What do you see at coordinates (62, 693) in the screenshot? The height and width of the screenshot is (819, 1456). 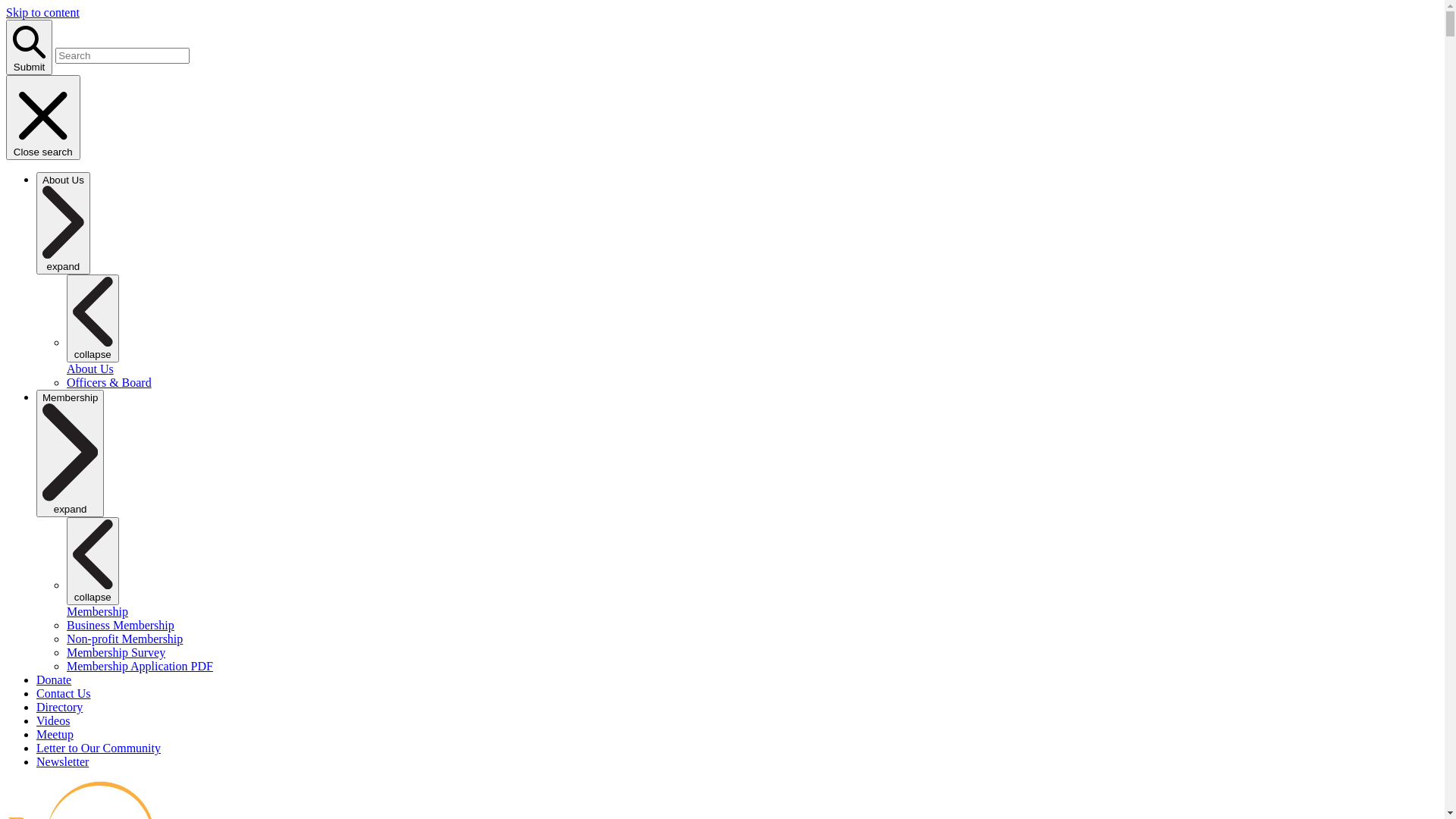 I see `'Contact Us'` at bounding box center [62, 693].